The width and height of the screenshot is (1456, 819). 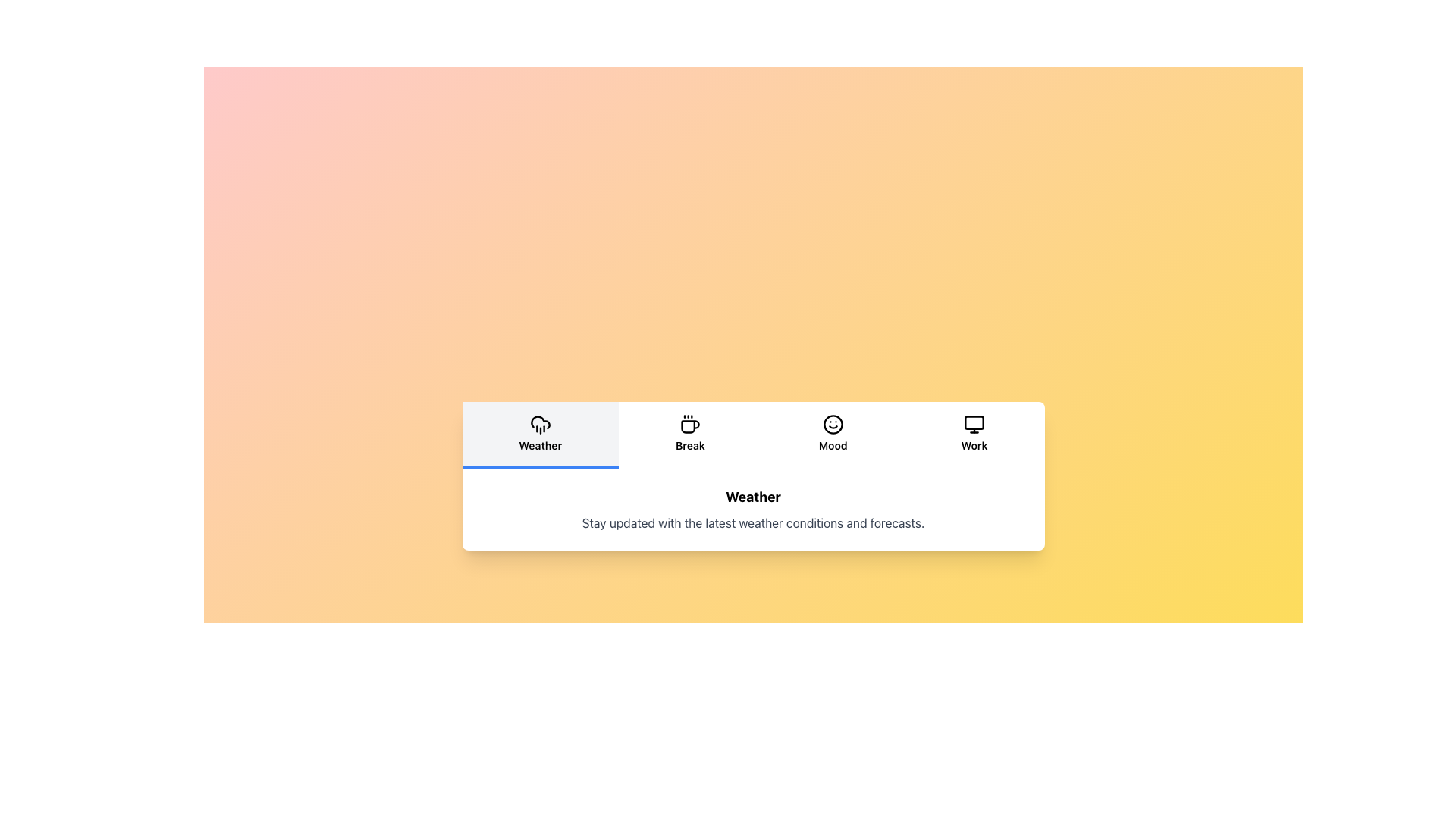 What do you see at coordinates (832, 424) in the screenshot?
I see `the central circular part of the smiley face icon representing the 'Mood' option in the menu, which is the third icon in a horizontal menu bar` at bounding box center [832, 424].